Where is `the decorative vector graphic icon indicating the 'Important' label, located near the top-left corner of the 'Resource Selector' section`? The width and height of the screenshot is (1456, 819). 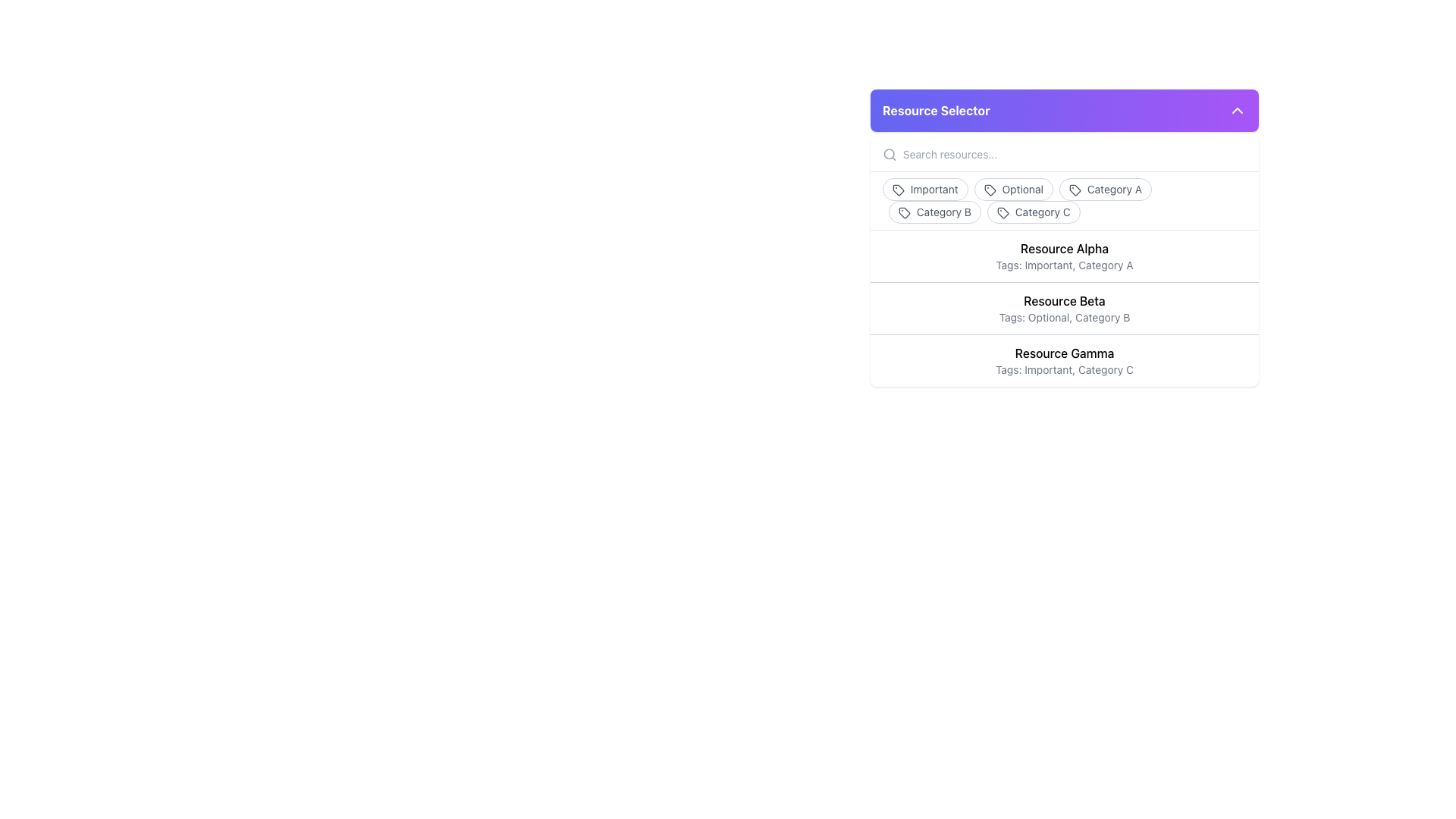 the decorative vector graphic icon indicating the 'Important' label, located near the top-left corner of the 'Resource Selector' section is located at coordinates (899, 190).